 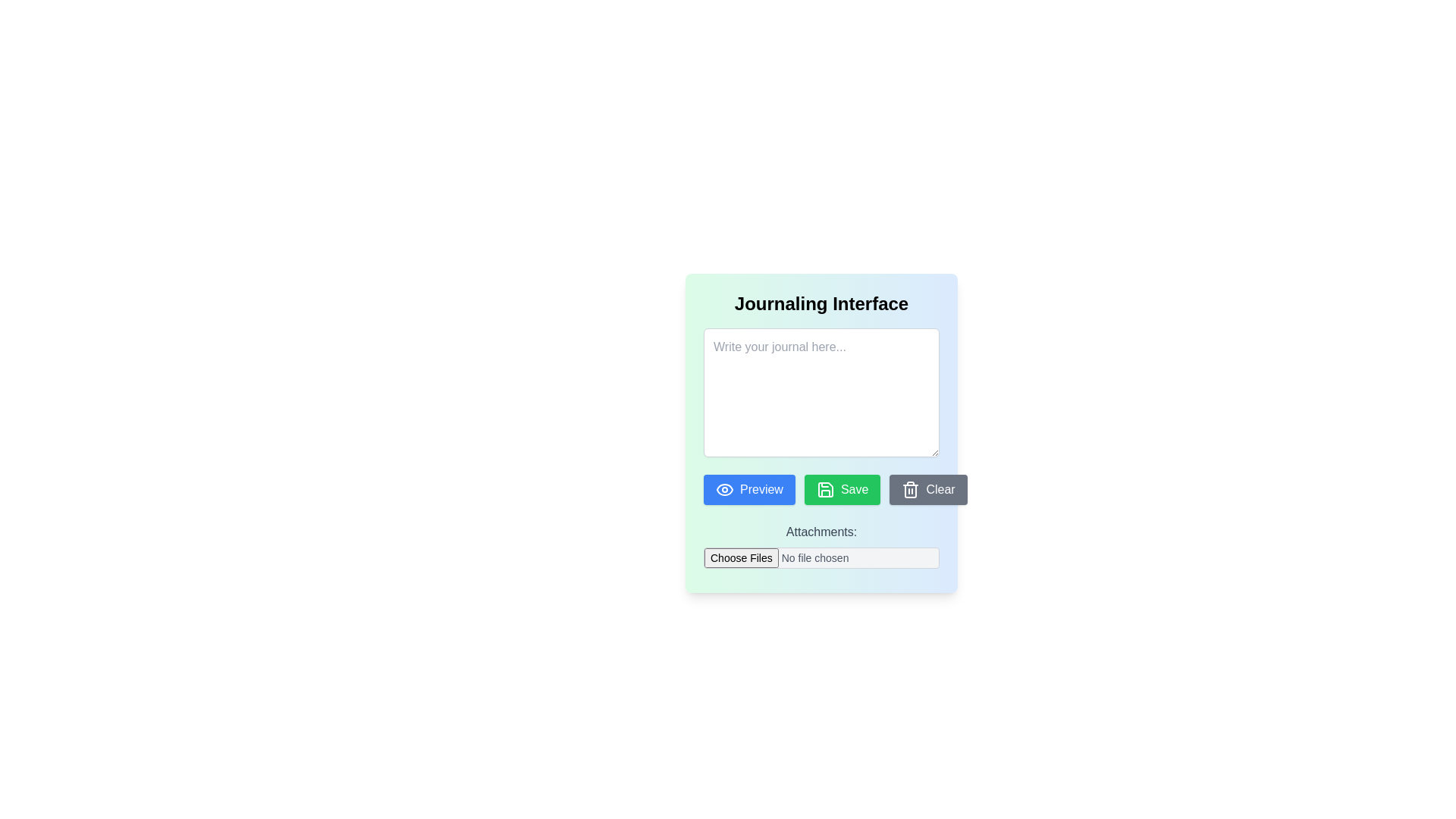 I want to click on the preview button located to the left of the 'Save' and 'Clear' buttons at the bottom of the form, so click(x=749, y=489).